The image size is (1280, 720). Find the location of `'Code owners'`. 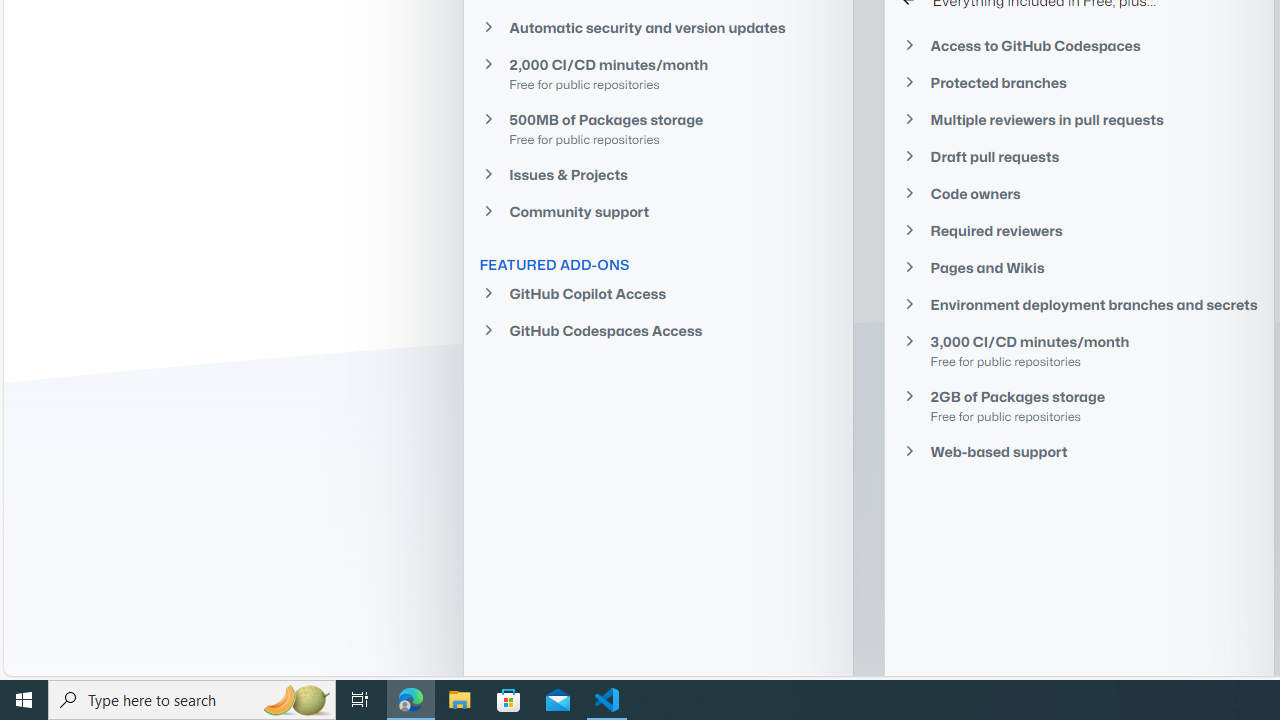

'Code owners' is located at coordinates (1078, 194).